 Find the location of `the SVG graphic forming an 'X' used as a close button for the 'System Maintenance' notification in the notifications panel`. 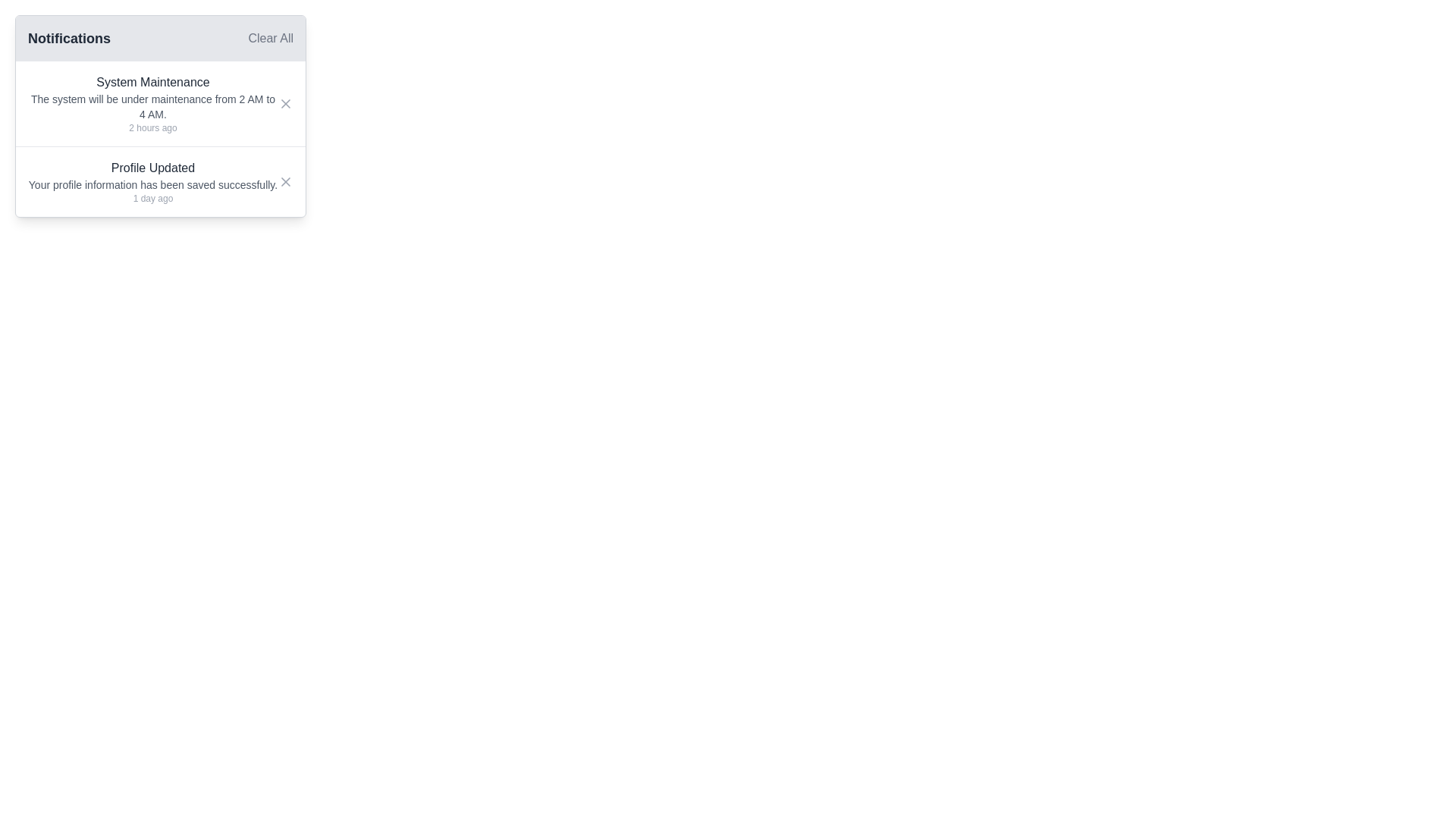

the SVG graphic forming an 'X' used as a close button for the 'System Maintenance' notification in the notifications panel is located at coordinates (286, 103).